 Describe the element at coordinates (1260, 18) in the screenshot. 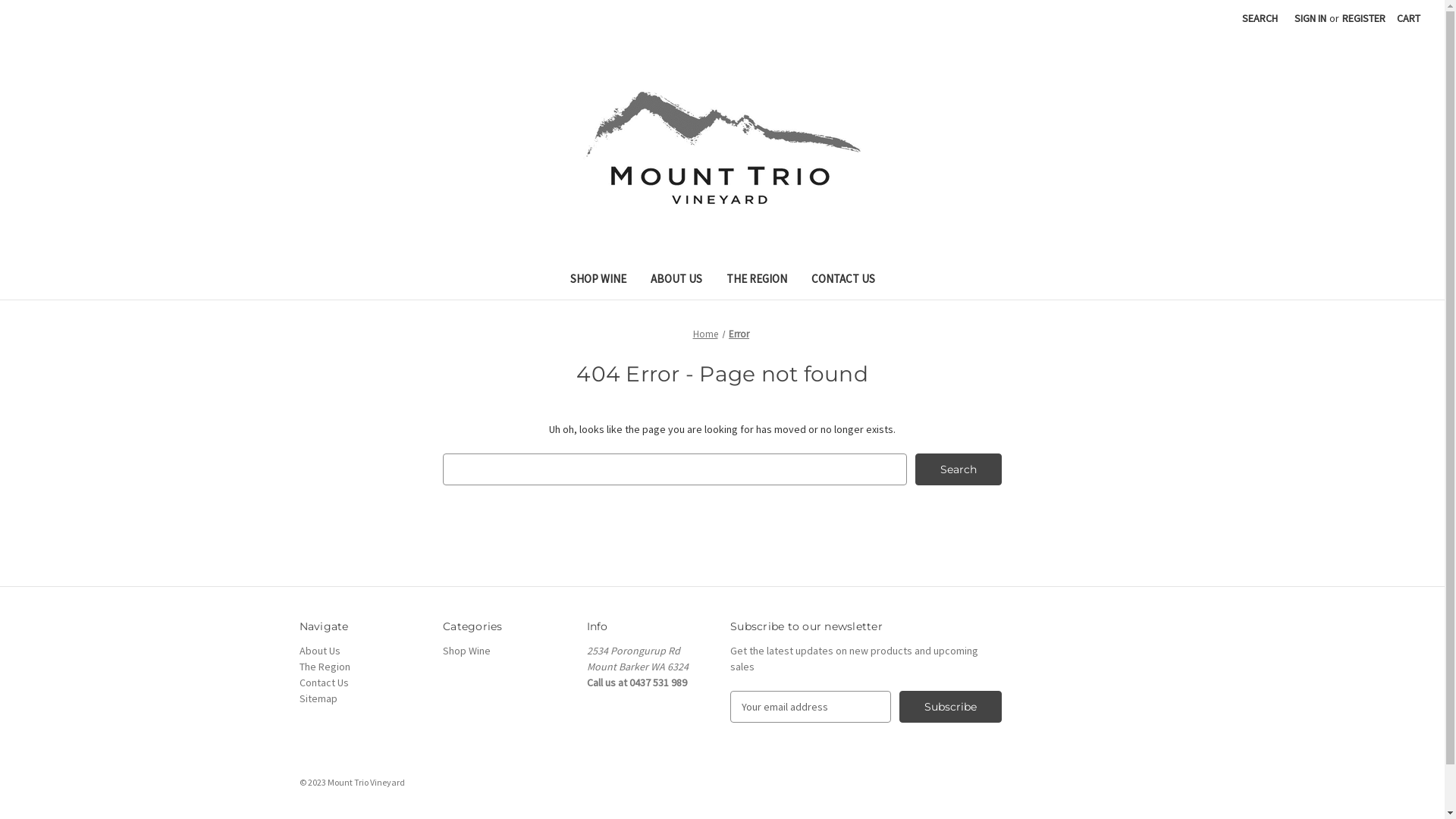

I see `'SEARCH'` at that location.